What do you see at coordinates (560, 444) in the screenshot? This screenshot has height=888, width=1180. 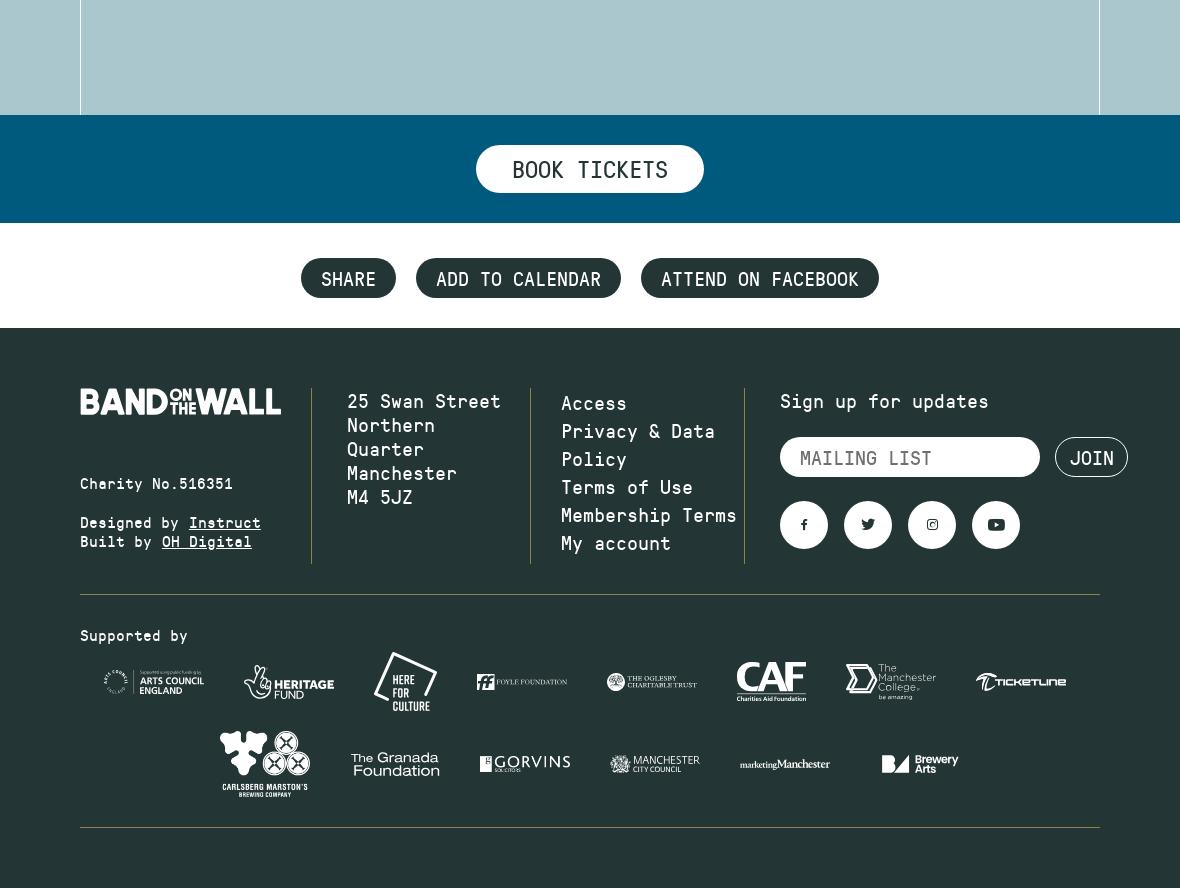 I see `'Privacy & Data Policy'` at bounding box center [560, 444].